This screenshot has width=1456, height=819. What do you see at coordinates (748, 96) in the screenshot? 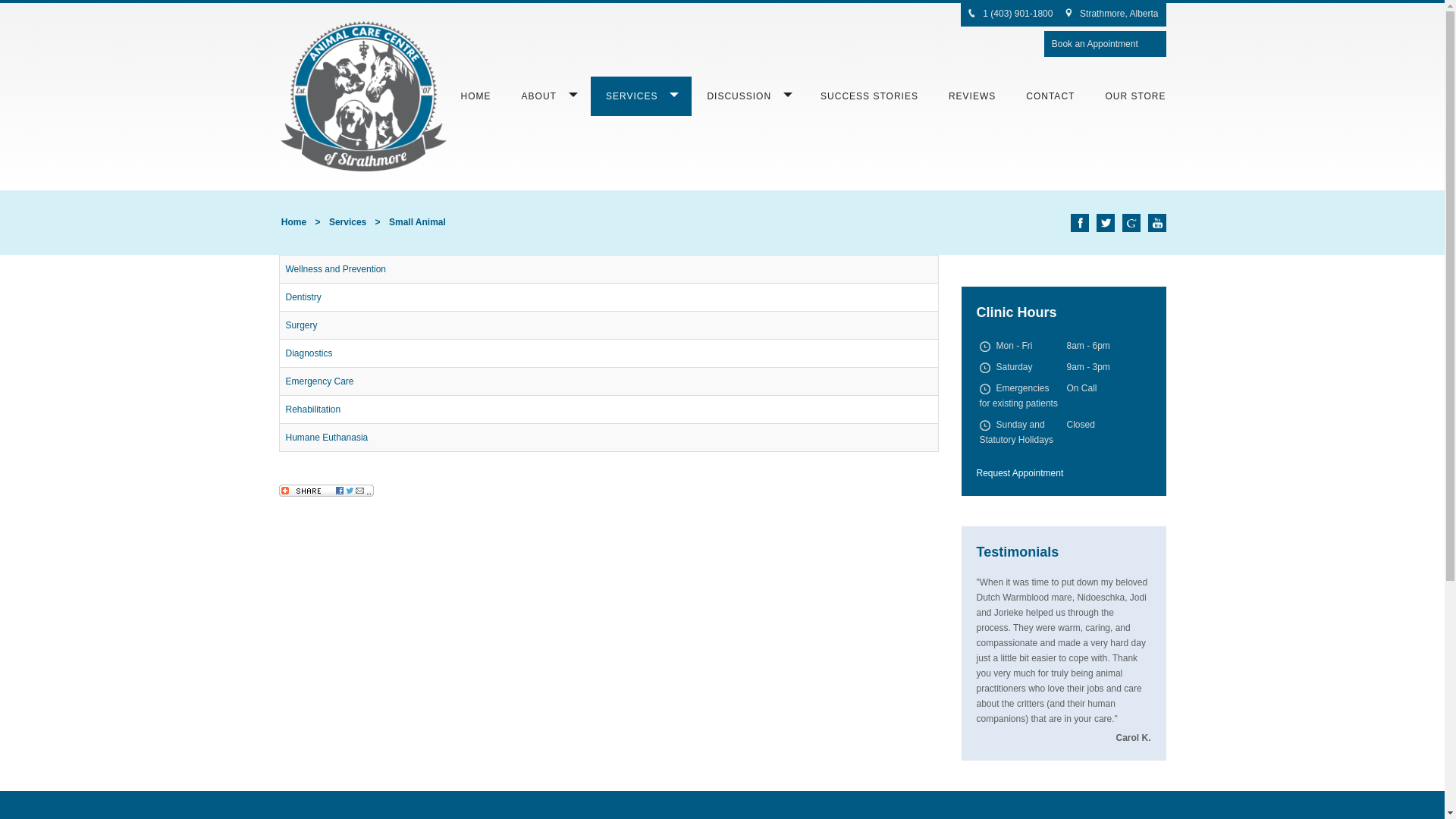
I see `'DISCUSSION'` at bounding box center [748, 96].